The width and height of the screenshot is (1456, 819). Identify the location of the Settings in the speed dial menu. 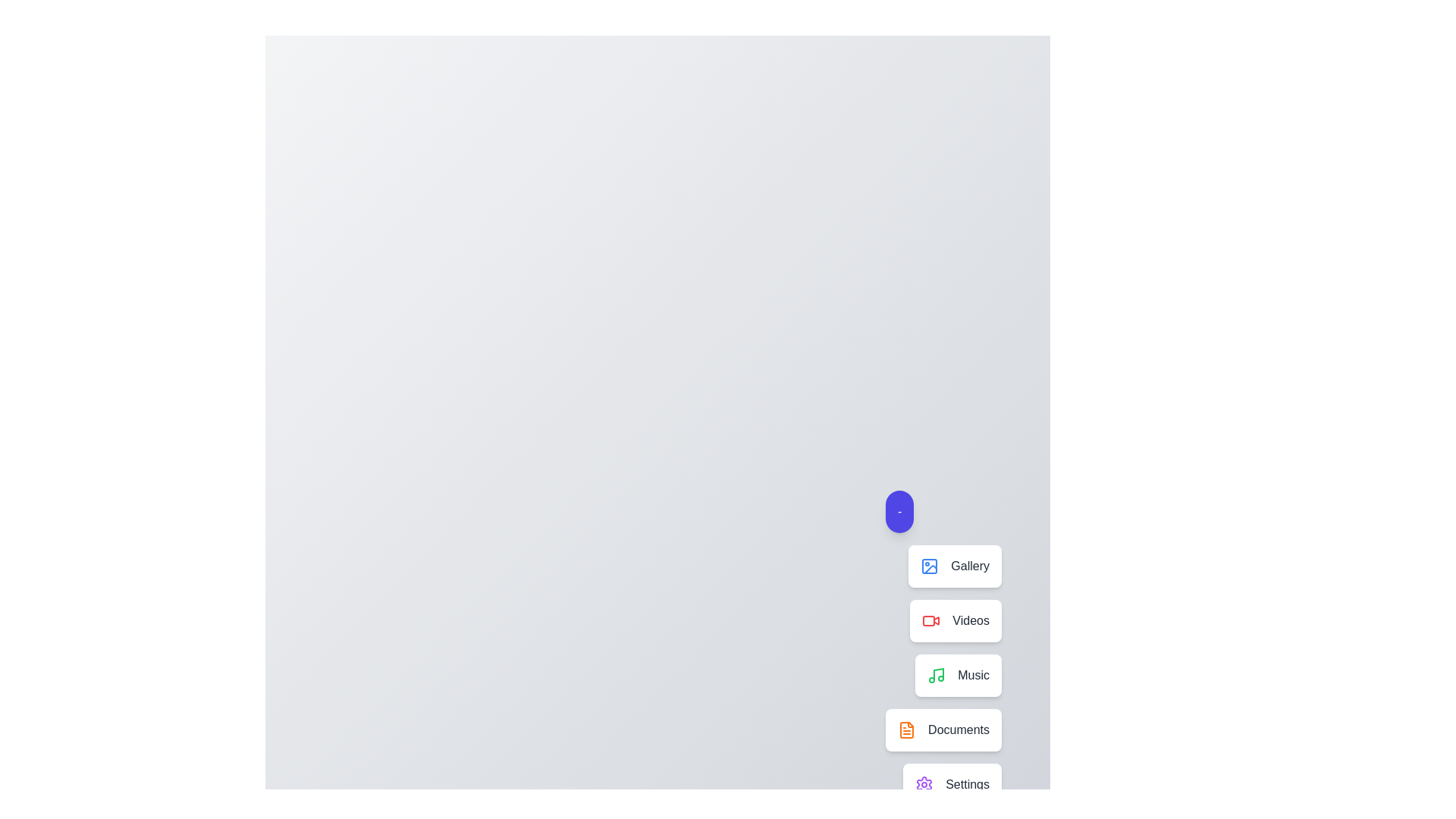
(952, 784).